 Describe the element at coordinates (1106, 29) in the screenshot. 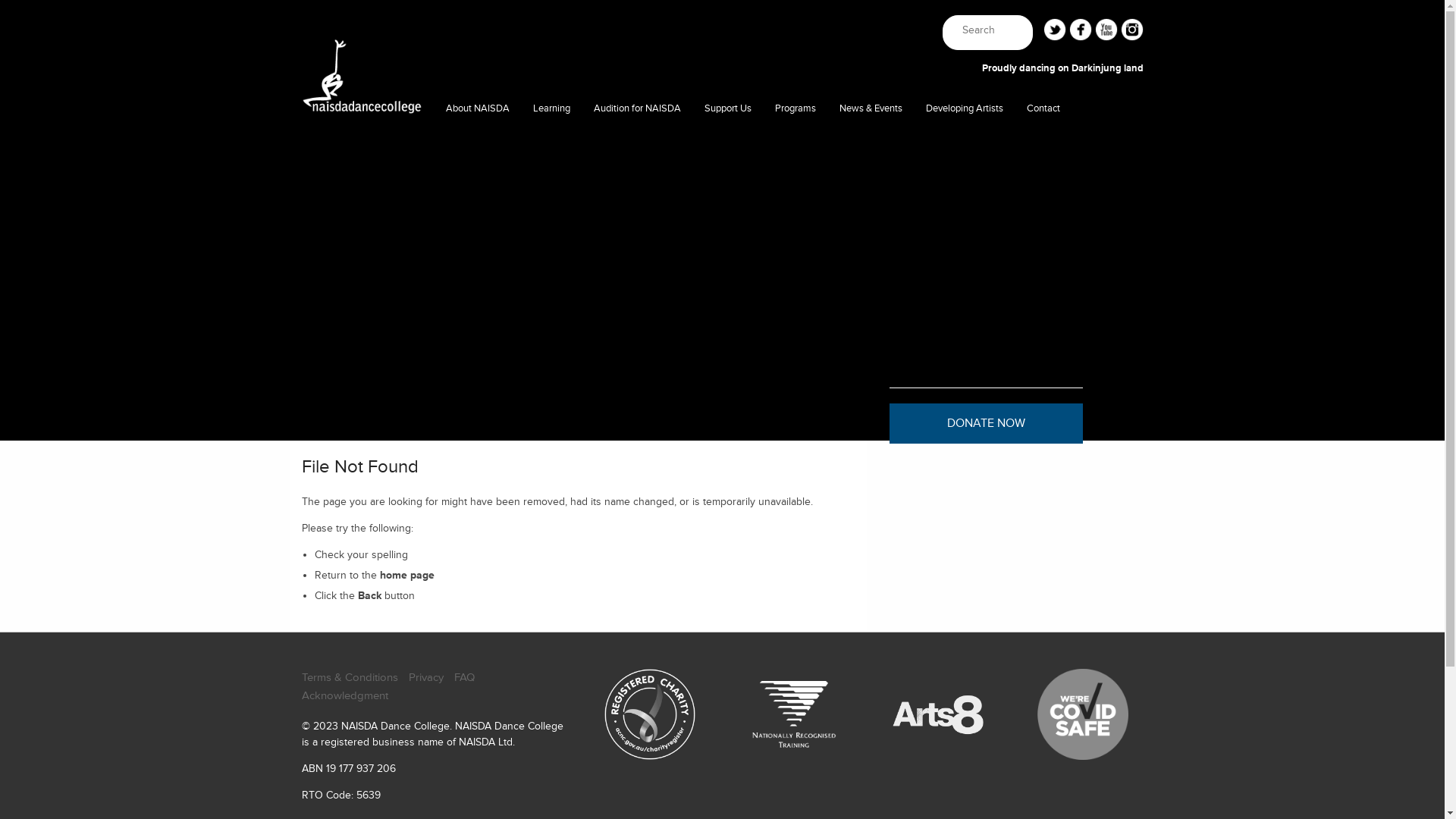

I see `'youtube'` at that location.